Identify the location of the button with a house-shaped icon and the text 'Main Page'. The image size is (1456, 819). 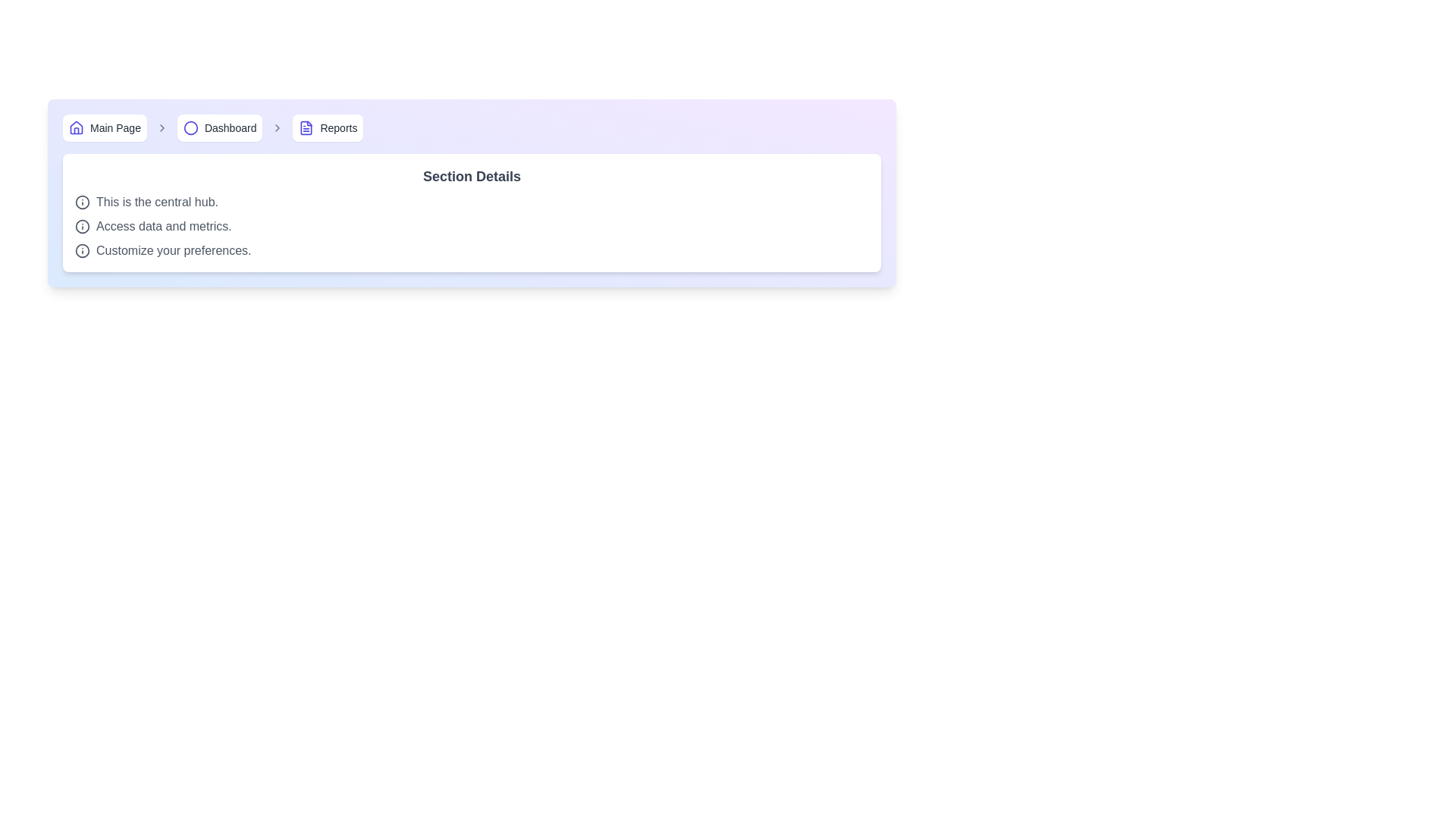
(104, 127).